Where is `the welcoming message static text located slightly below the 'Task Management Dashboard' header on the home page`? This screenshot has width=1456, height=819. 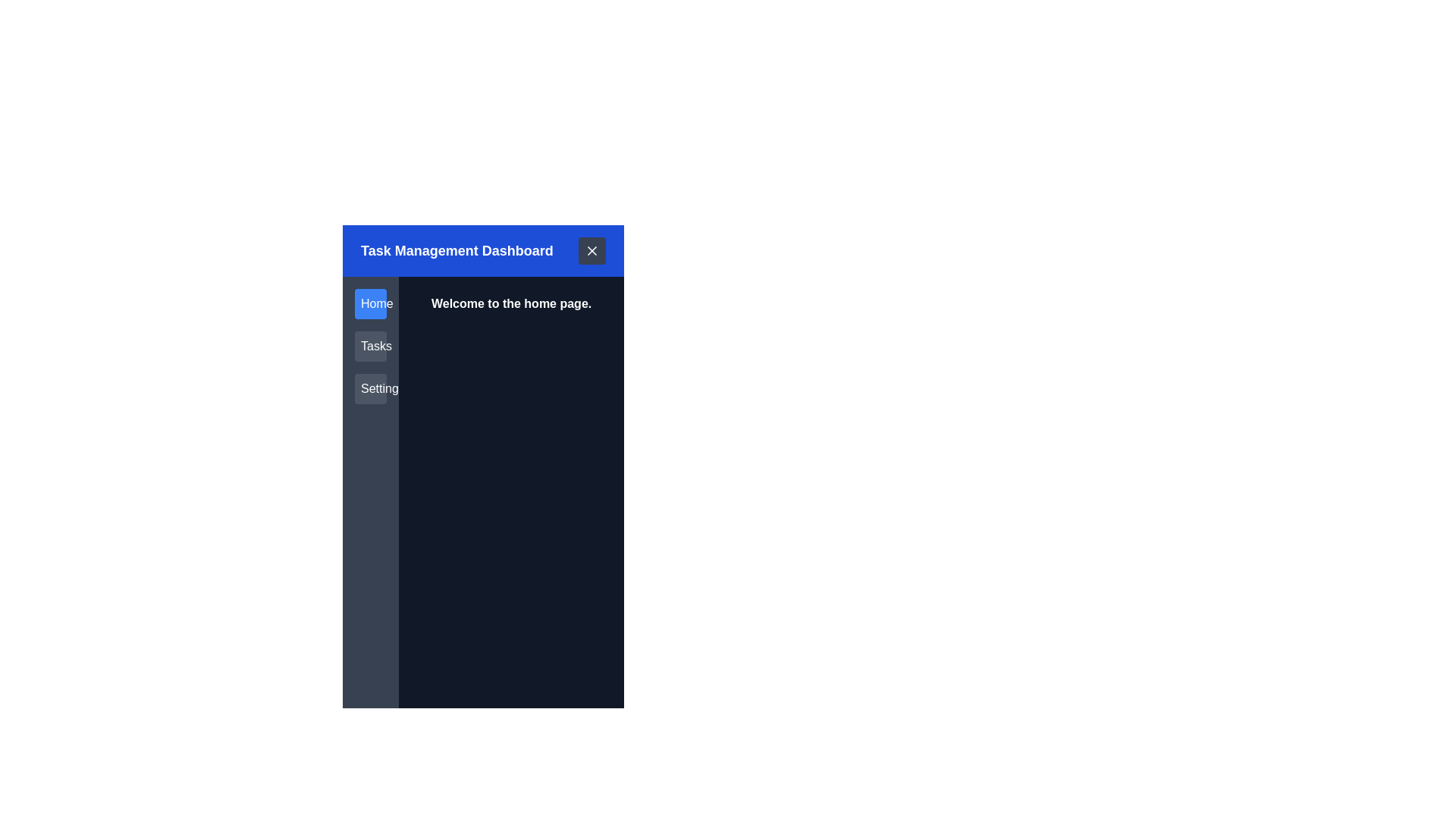
the welcoming message static text located slightly below the 'Task Management Dashboard' header on the home page is located at coordinates (511, 304).